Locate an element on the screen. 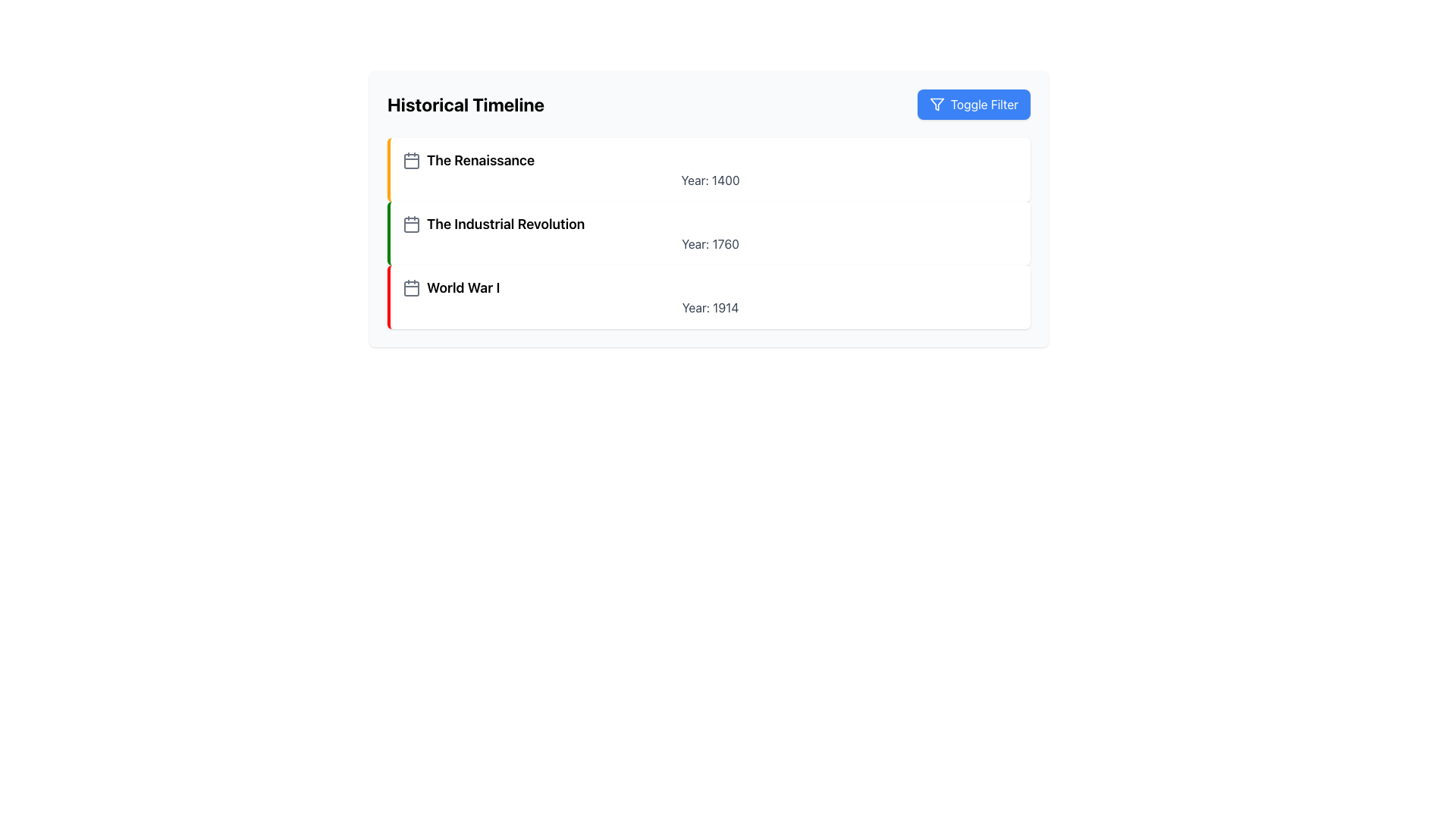 This screenshot has width=1456, height=819. the text label displaying 'Year: 1914' located in the bottom-right part of the 'World War I' card is located at coordinates (709, 307).